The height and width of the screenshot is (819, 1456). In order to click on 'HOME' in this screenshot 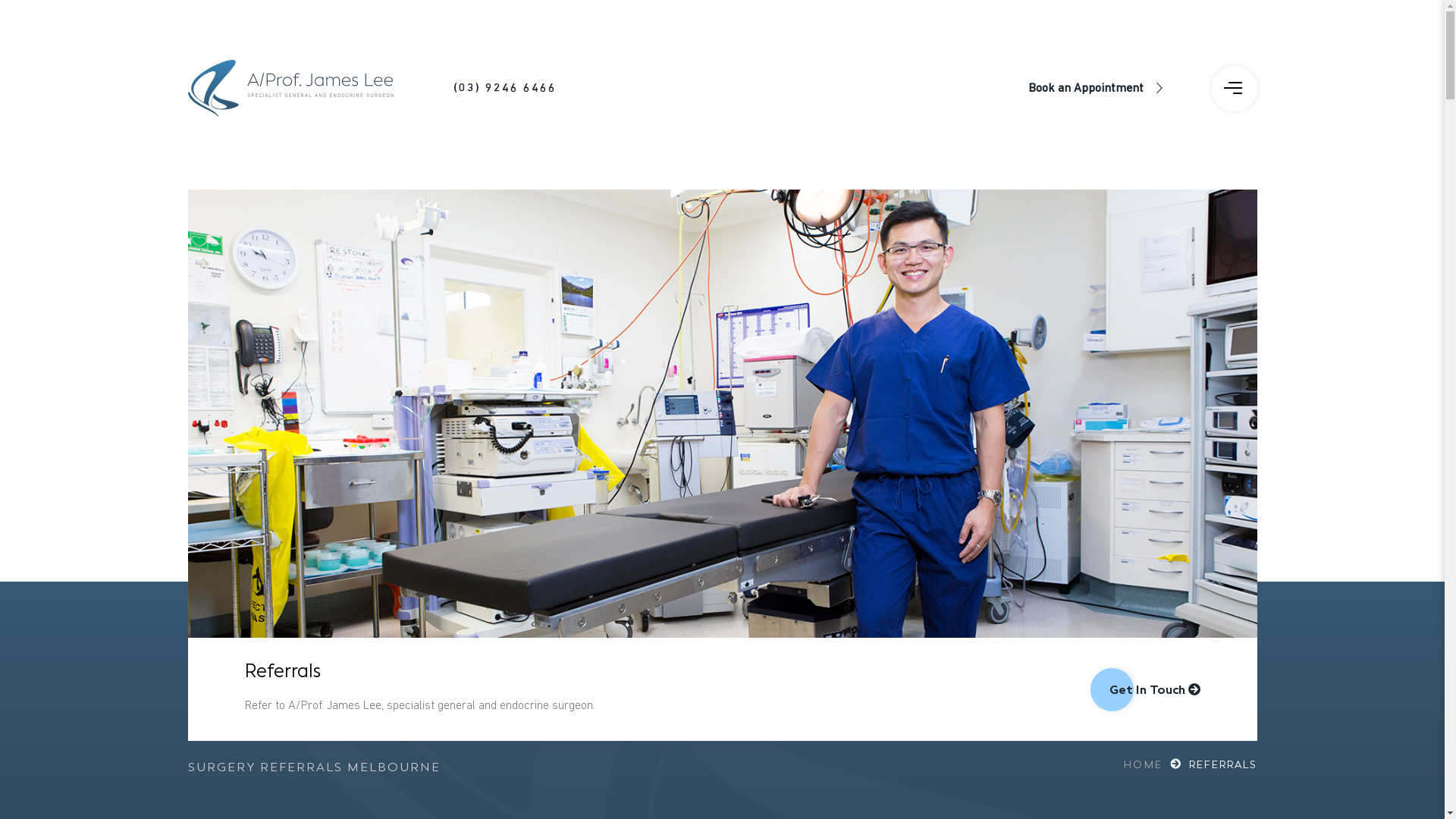, I will do `click(1153, 765)`.